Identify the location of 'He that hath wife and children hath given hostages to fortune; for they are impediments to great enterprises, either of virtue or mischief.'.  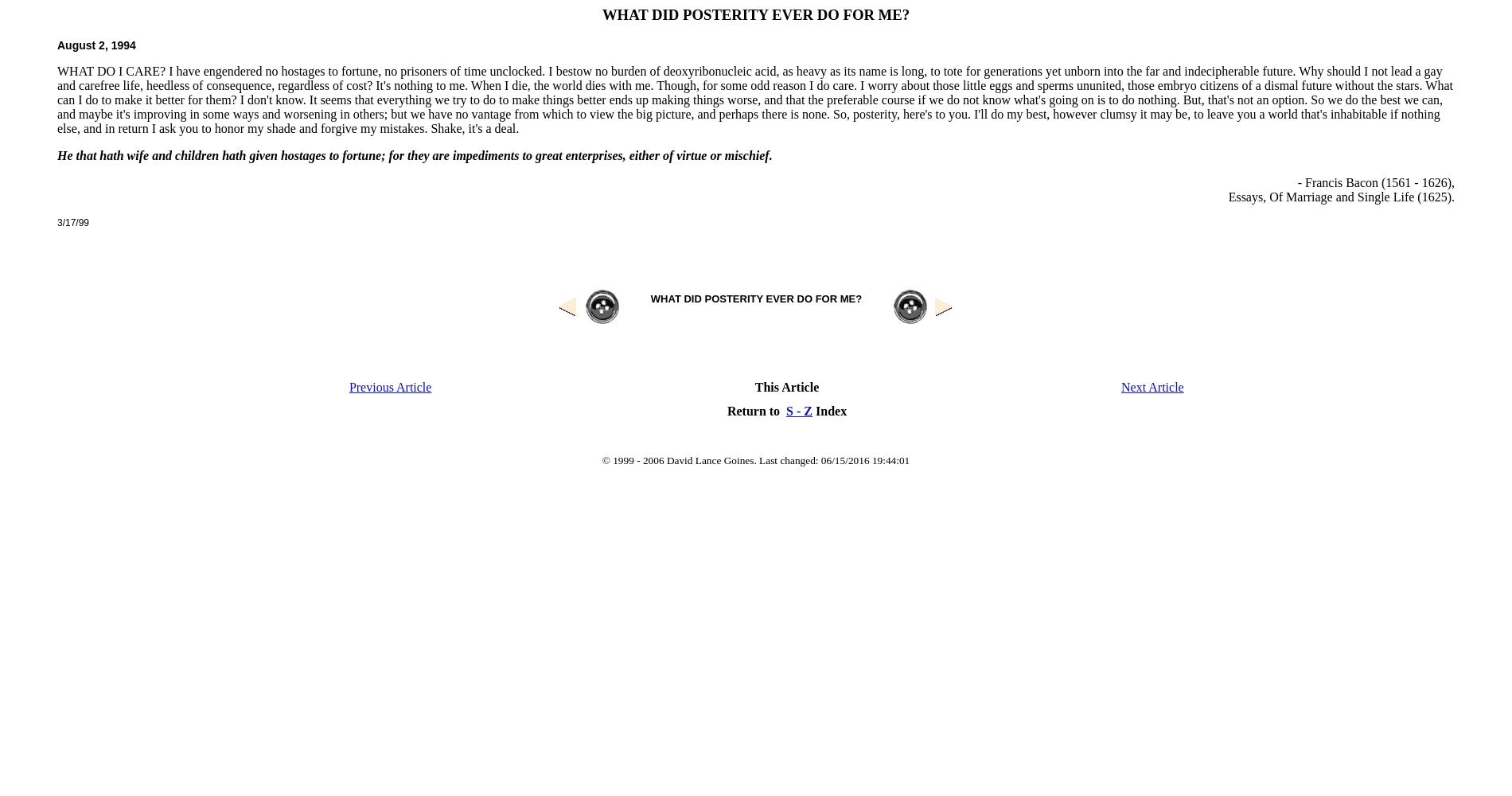
(414, 154).